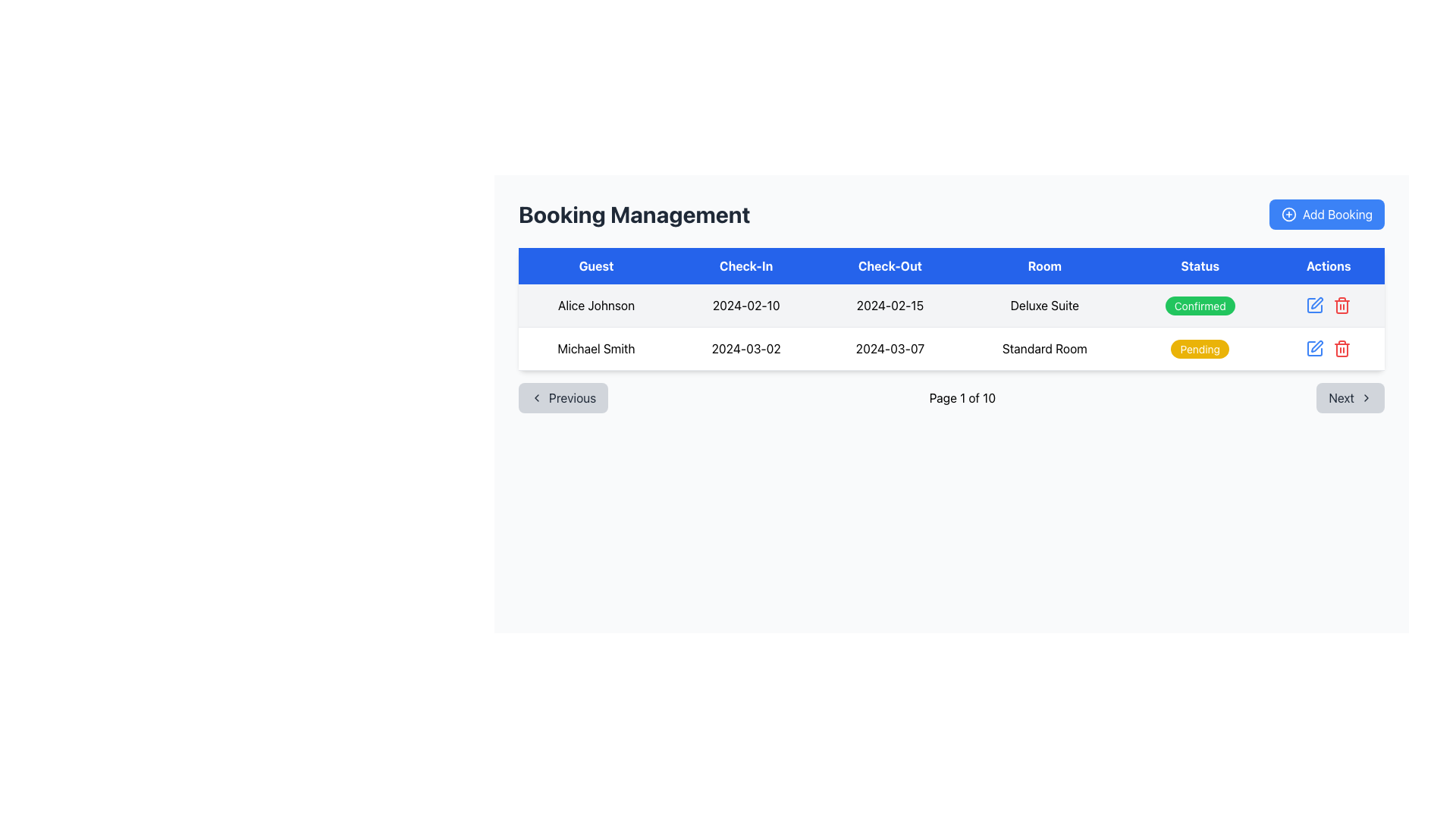 The width and height of the screenshot is (1456, 819). I want to click on the bold white text 'Guest' which is centered within a blue box at the header of the first column in the data table, so click(595, 265).